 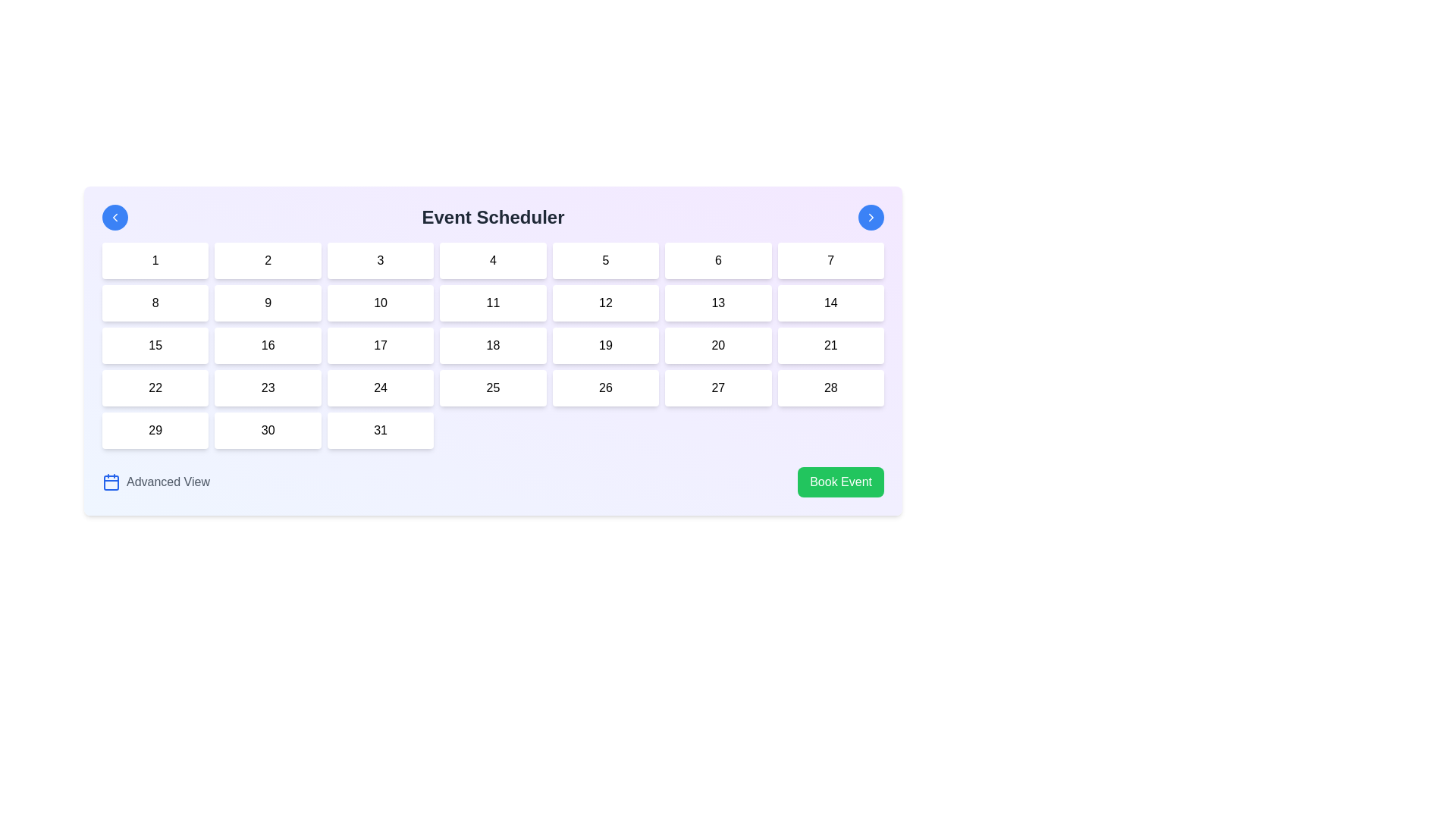 What do you see at coordinates (830, 303) in the screenshot?
I see `the button representing the 14th day of the month in the event scheduler interface` at bounding box center [830, 303].